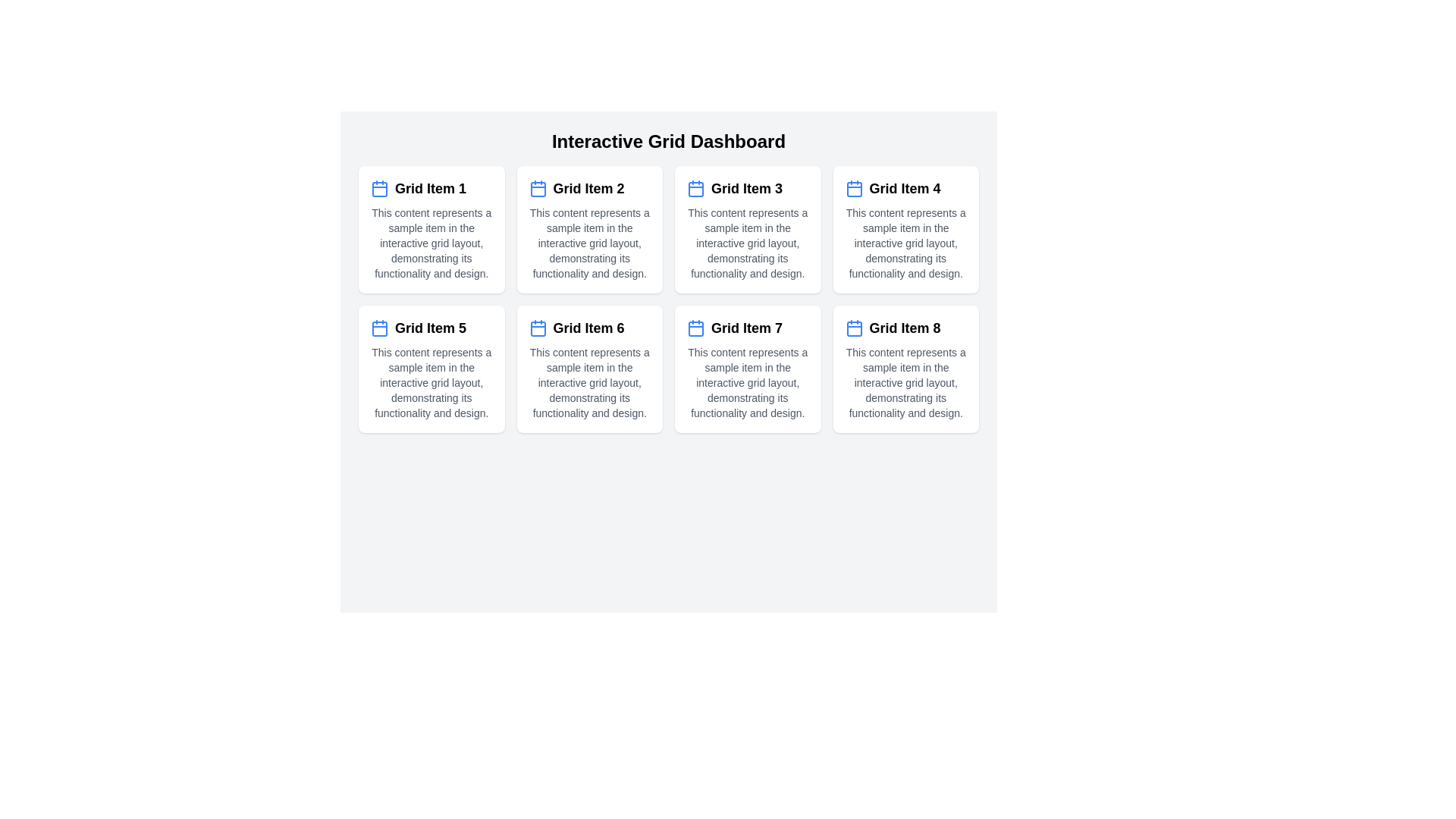 The image size is (1456, 819). Describe the element at coordinates (905, 382) in the screenshot. I see `the text label located in the bottom half of the eighth grid item card, positioned after the header 'Grid Item 8'` at that location.